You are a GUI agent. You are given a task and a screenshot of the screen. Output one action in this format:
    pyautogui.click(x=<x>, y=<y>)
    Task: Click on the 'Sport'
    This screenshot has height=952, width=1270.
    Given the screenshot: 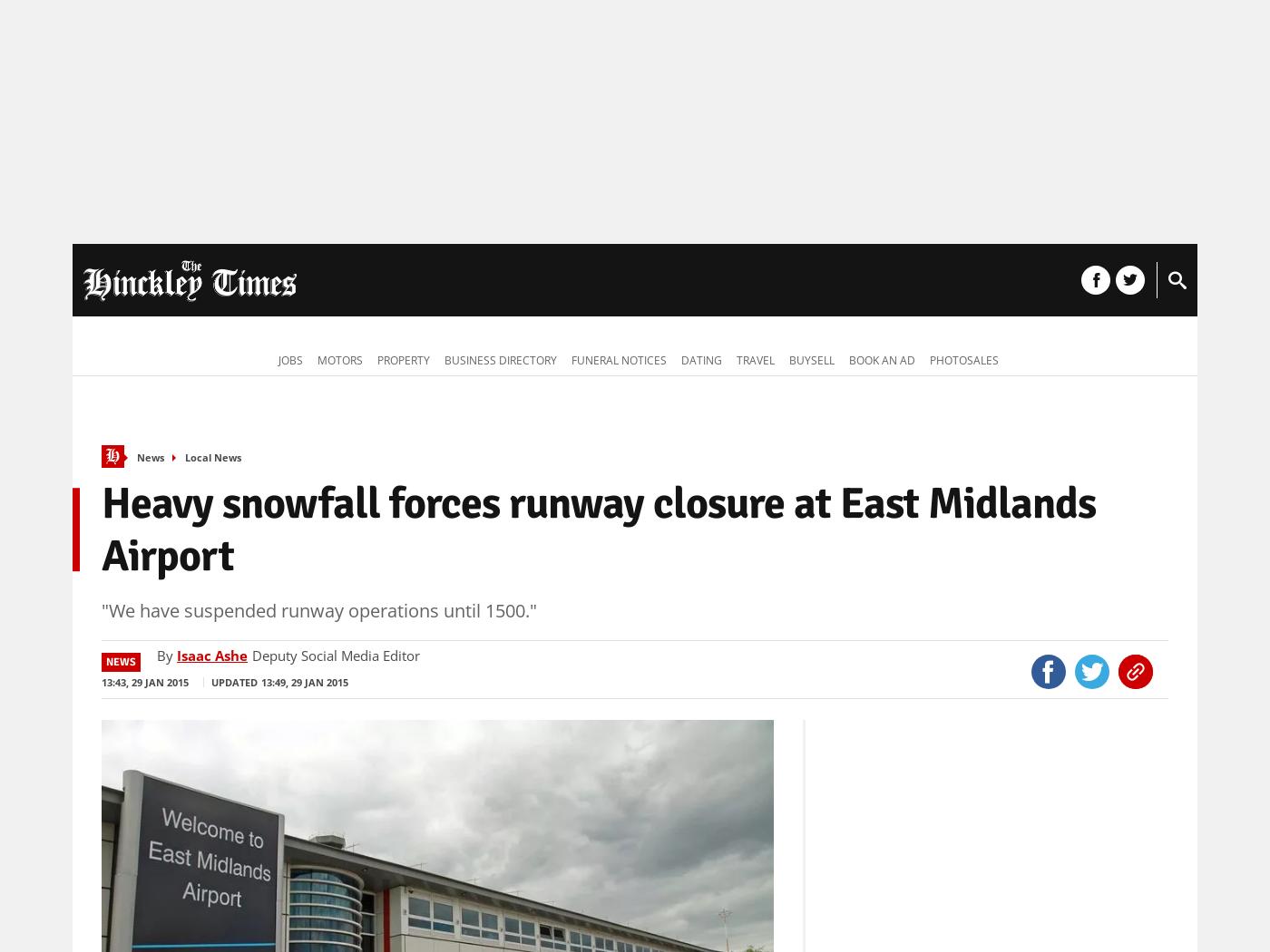 What is the action you would take?
    pyautogui.click(x=535, y=282)
    